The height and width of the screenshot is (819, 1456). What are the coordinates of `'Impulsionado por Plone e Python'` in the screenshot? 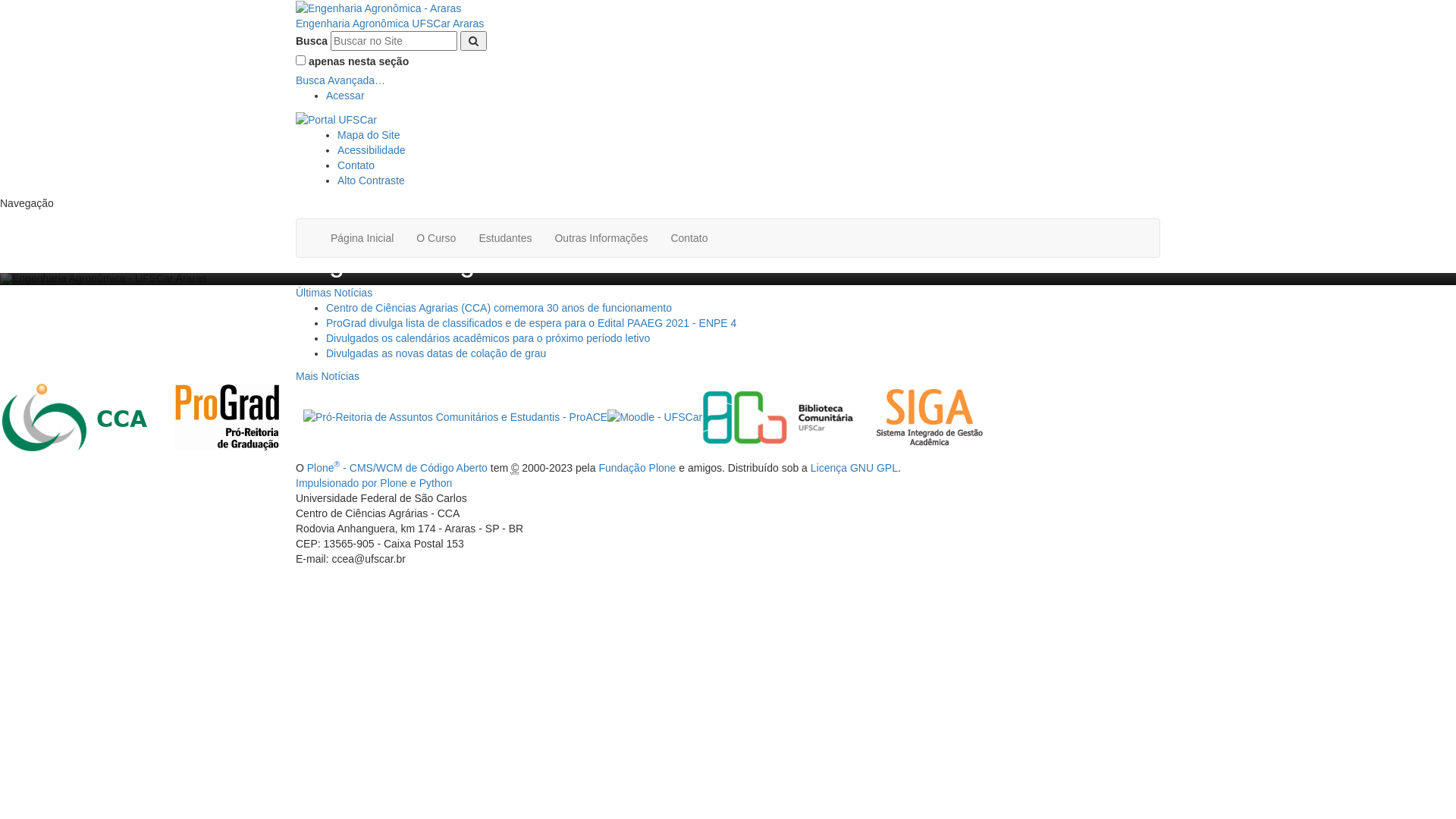 It's located at (374, 482).